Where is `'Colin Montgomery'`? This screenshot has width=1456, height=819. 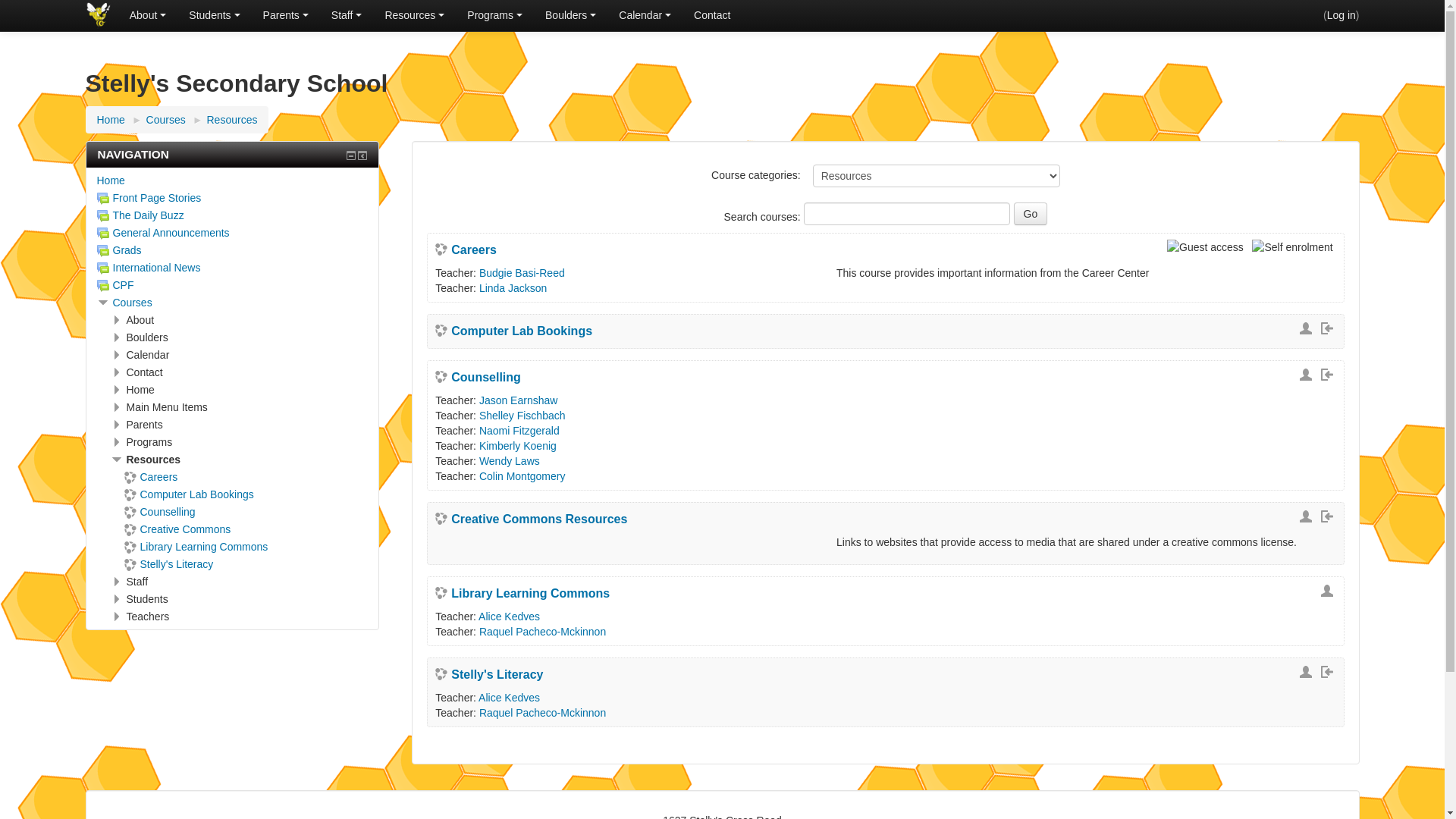 'Colin Montgomery' is located at coordinates (479, 475).